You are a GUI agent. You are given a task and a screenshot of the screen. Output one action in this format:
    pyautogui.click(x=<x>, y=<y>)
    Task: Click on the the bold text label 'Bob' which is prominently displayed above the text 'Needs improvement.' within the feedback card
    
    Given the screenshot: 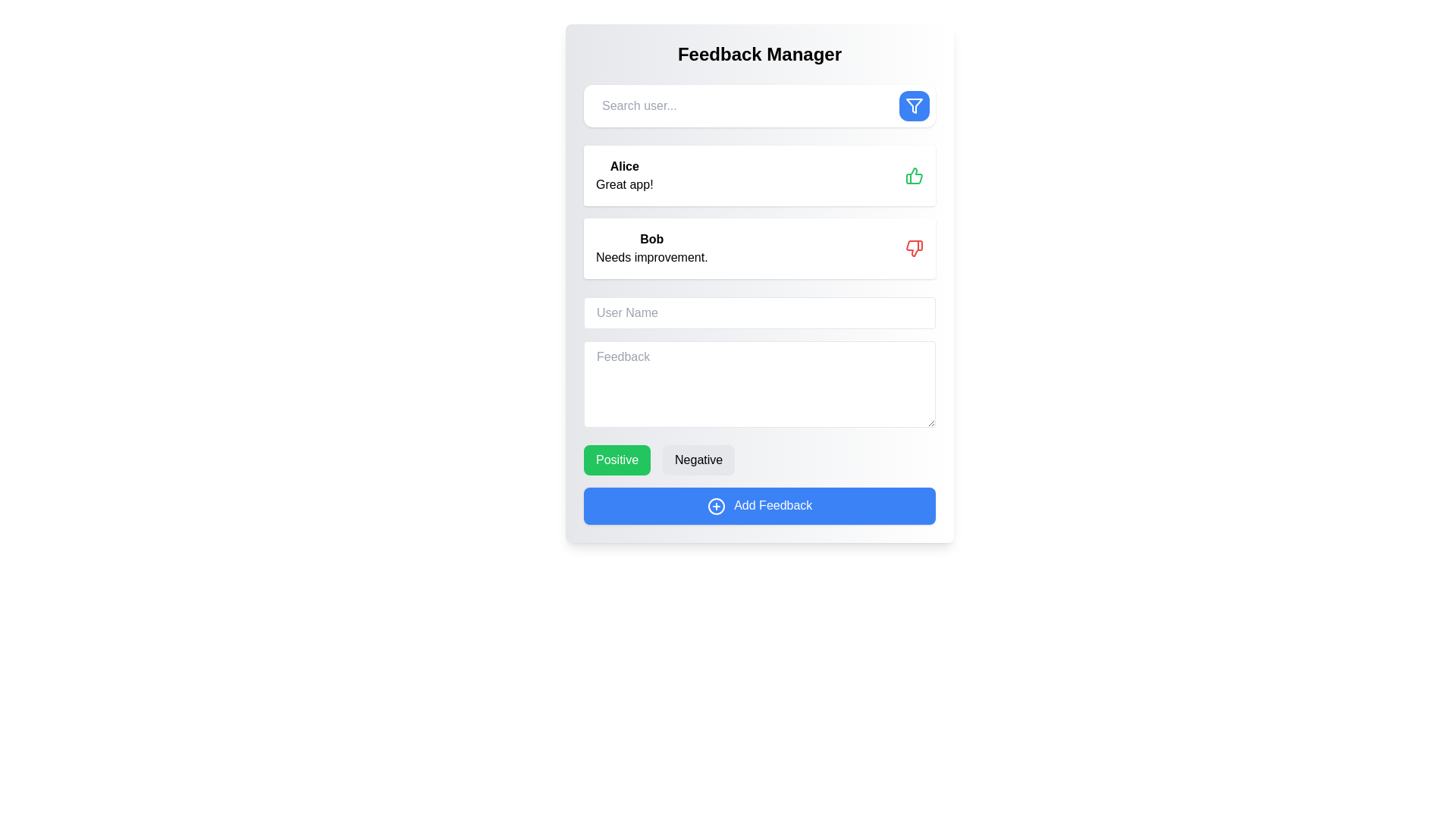 What is the action you would take?
    pyautogui.click(x=651, y=239)
    